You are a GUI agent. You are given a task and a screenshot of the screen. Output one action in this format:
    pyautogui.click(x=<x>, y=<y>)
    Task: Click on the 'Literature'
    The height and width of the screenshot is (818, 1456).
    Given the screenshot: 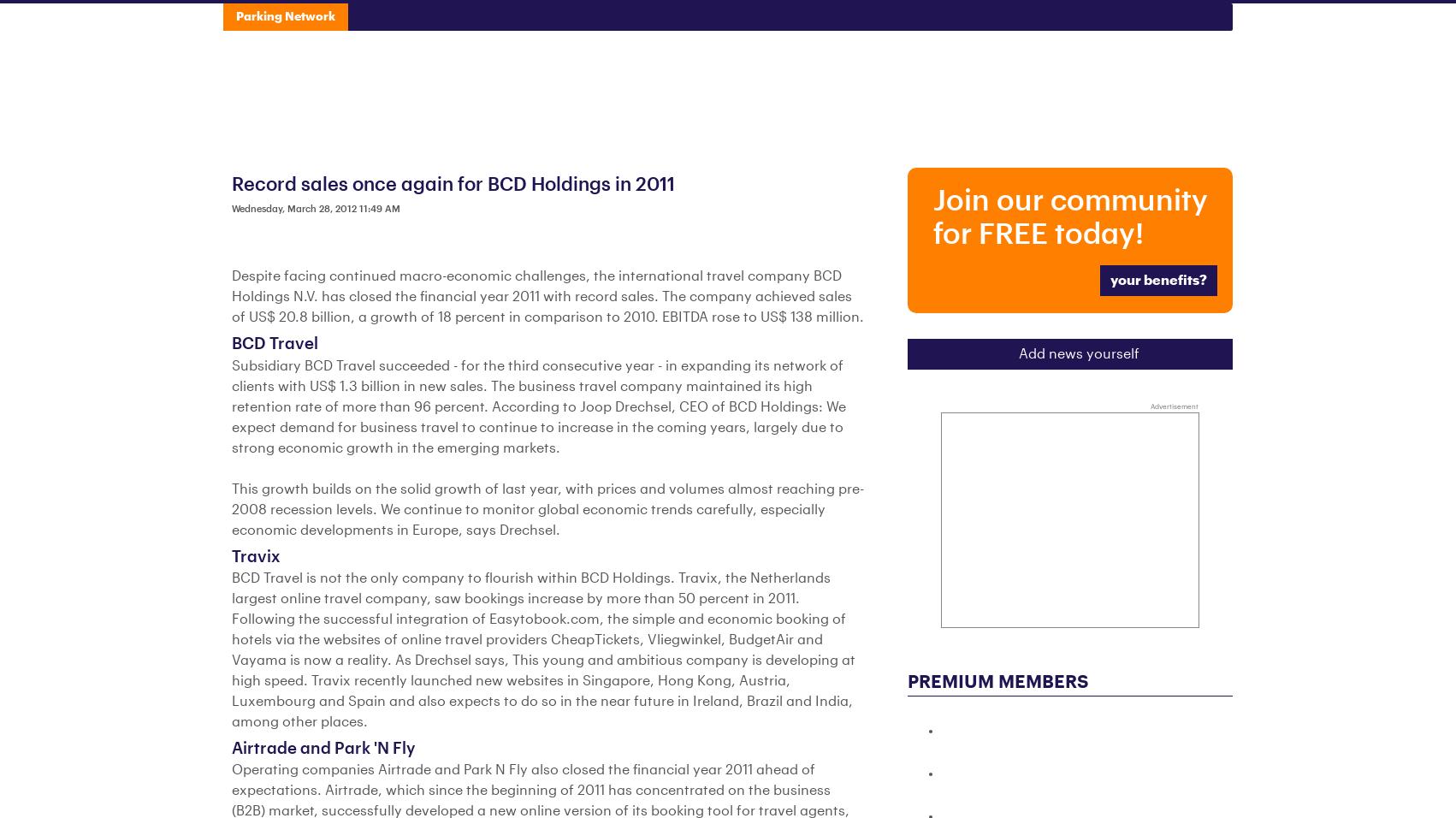 What is the action you would take?
    pyautogui.click(x=798, y=21)
    